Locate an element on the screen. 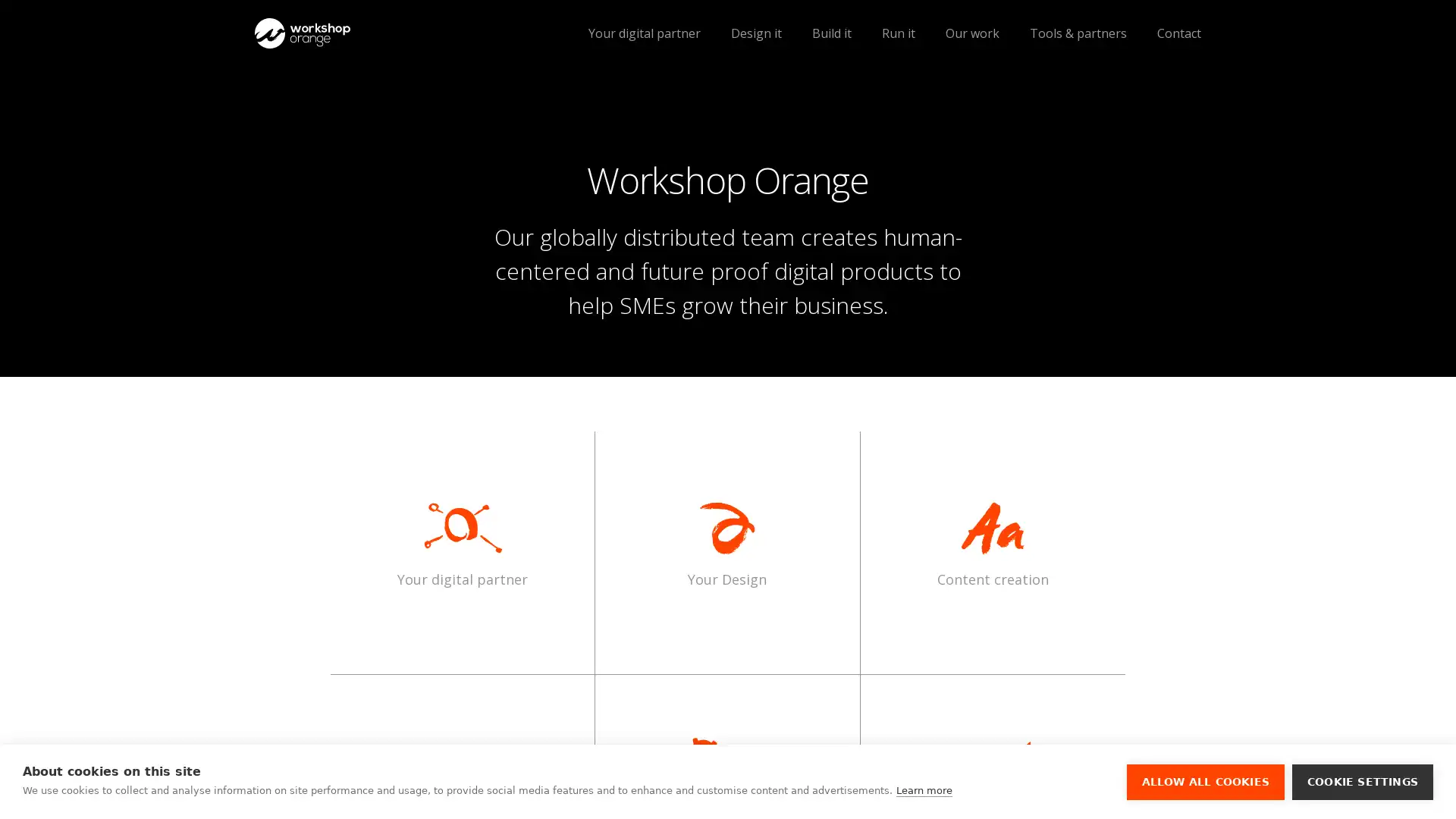  Tools & partners is located at coordinates (1077, 33).